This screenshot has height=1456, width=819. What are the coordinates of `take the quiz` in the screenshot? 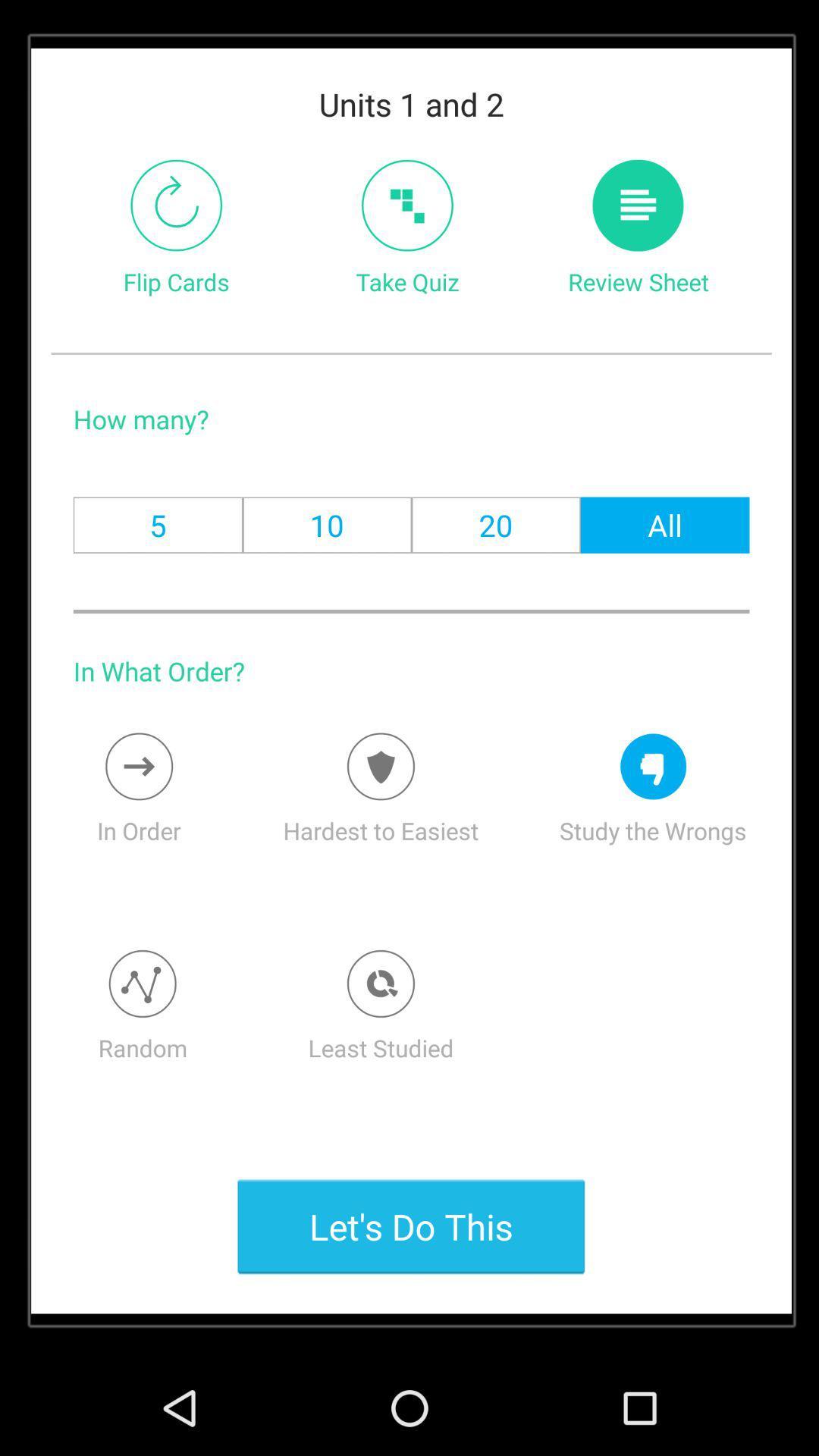 It's located at (406, 205).